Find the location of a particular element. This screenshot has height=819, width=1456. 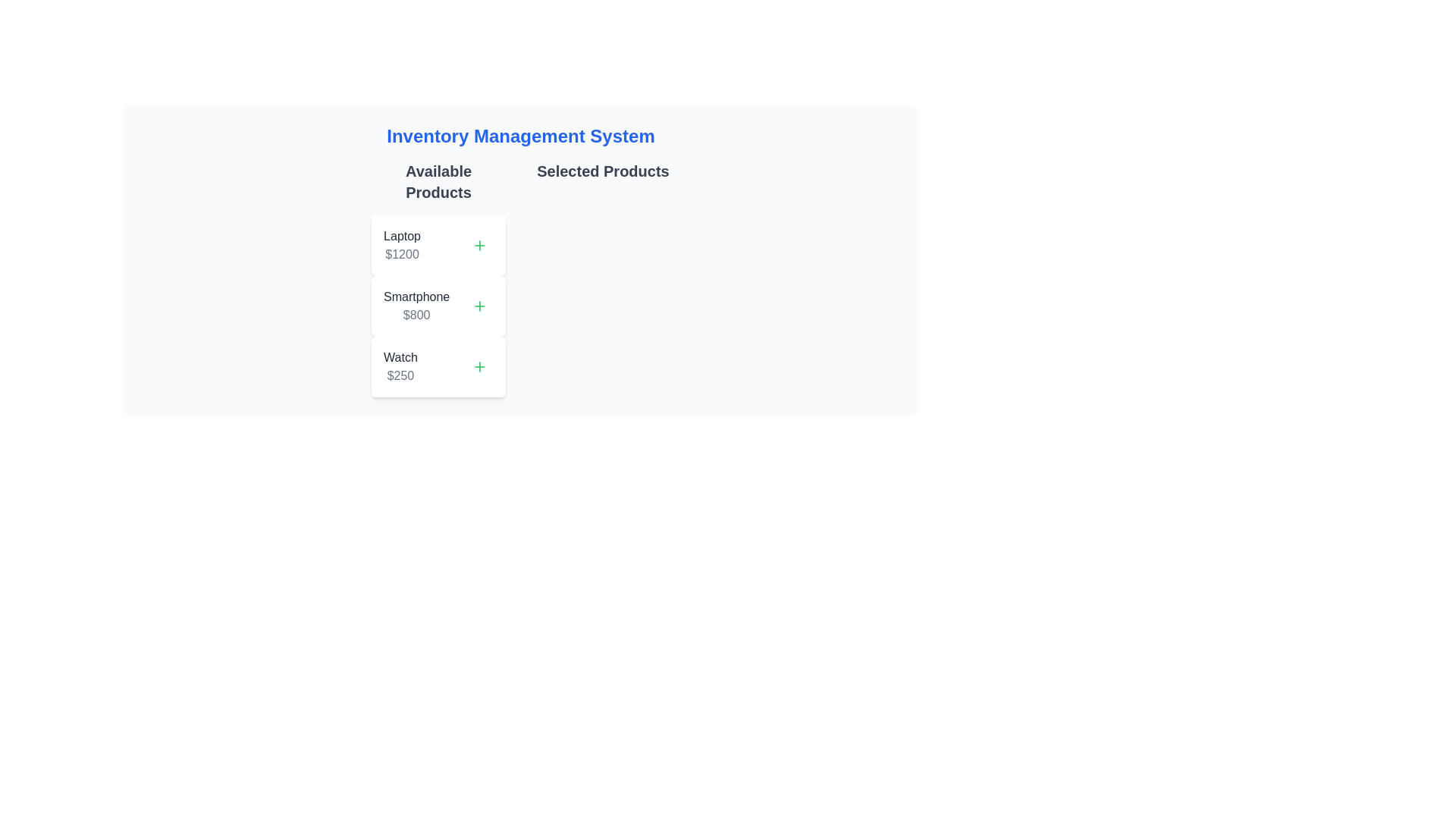

the green-colored plus sign button located at the top of the vertical list under 'Available Products' is located at coordinates (479, 245).